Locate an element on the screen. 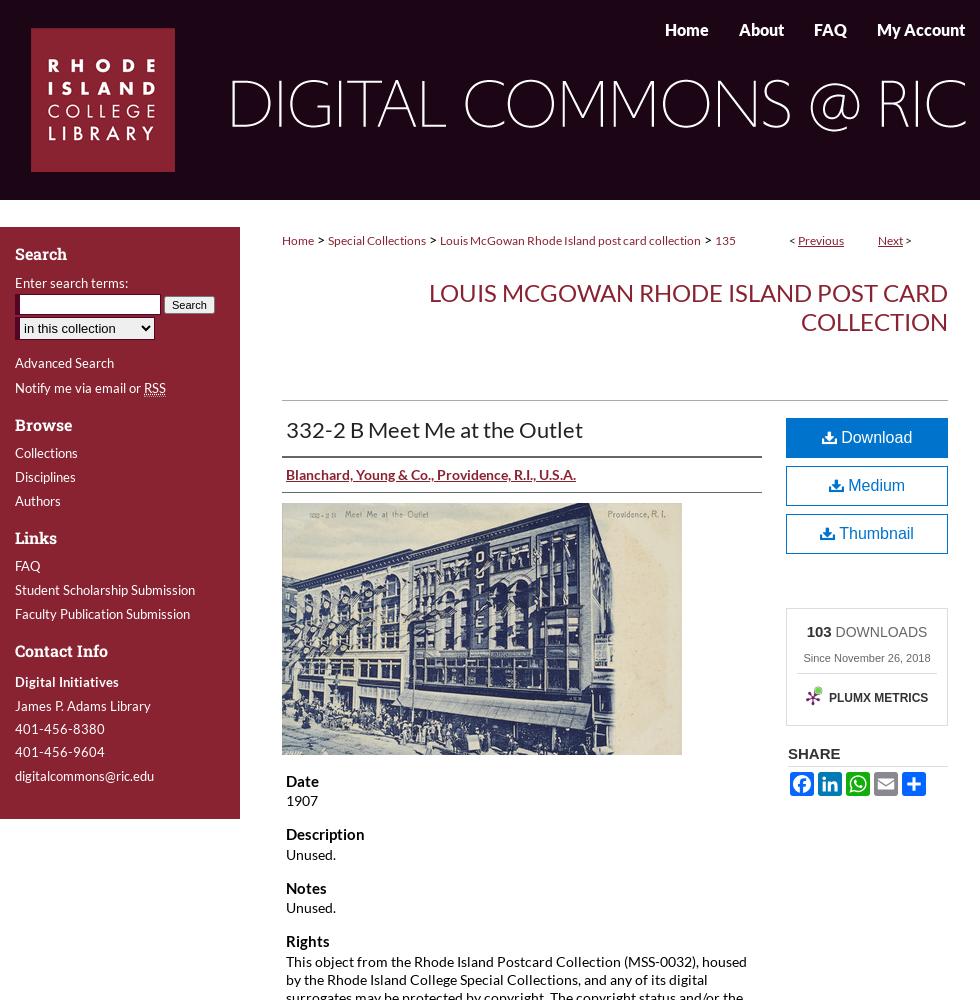 The height and width of the screenshot is (1000, 980). 'Digital Initiatives' is located at coordinates (67, 682).